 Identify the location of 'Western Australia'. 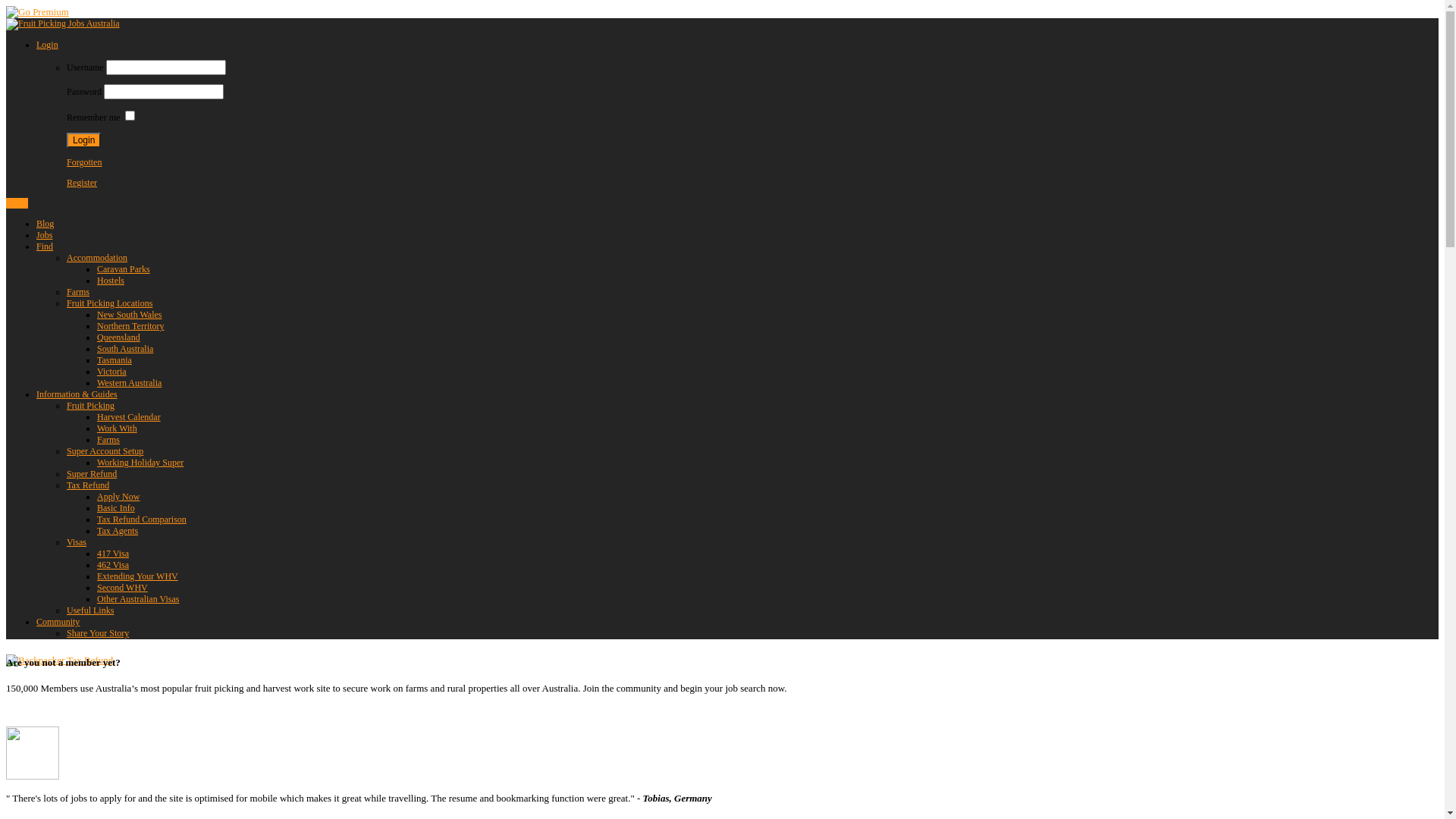
(129, 382).